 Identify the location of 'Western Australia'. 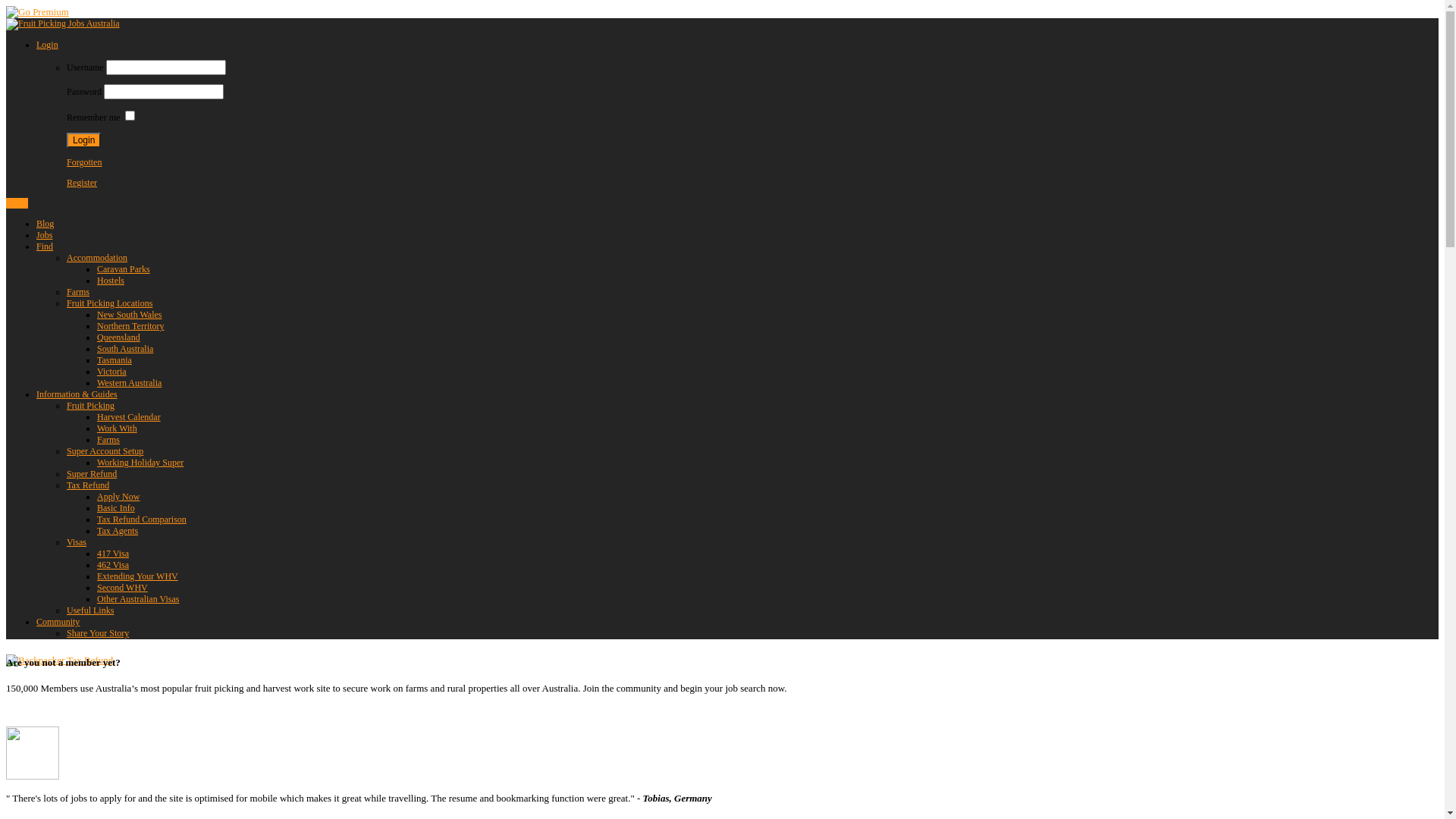
(129, 382).